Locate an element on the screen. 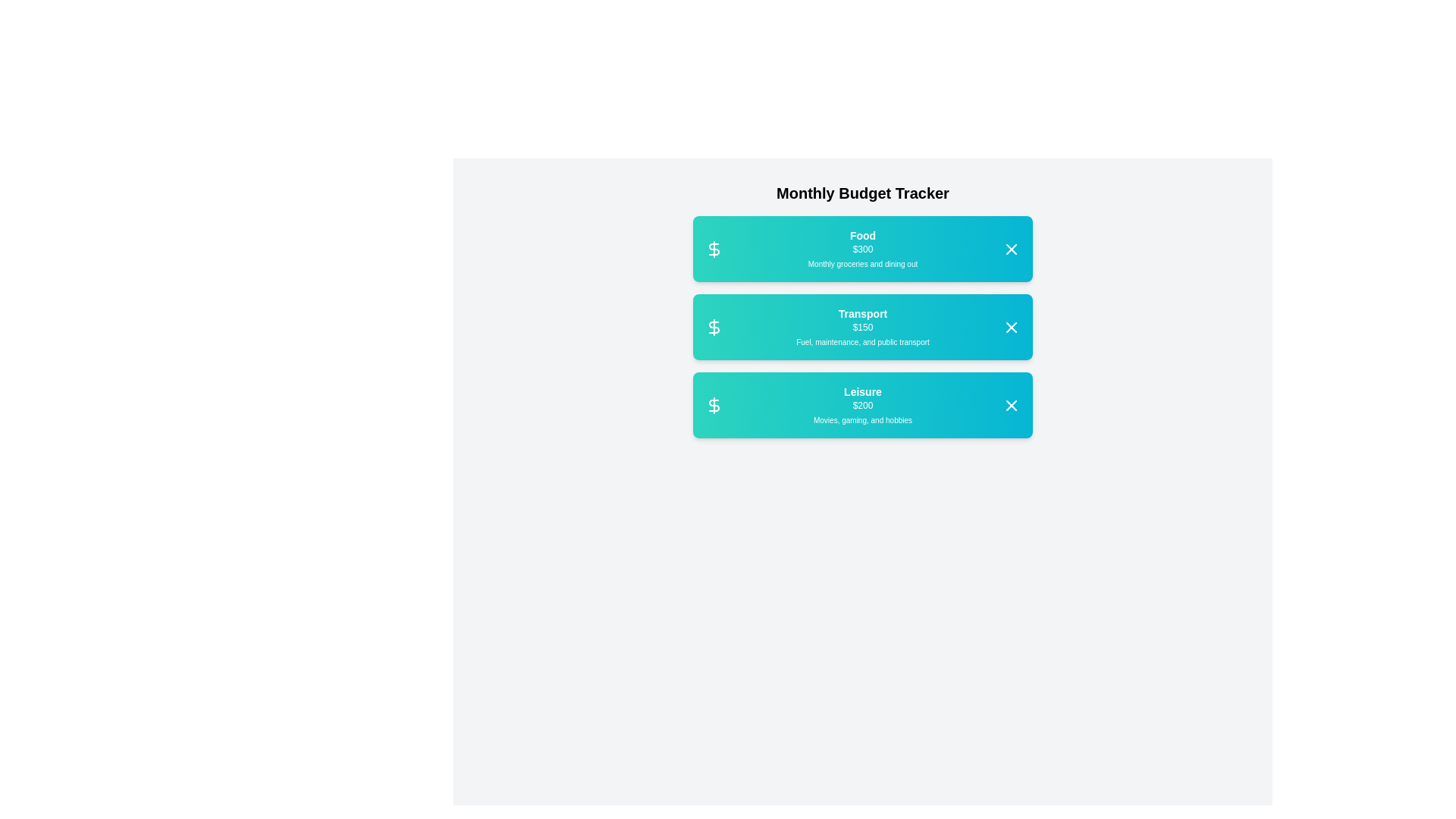  close button for the category Transport is located at coordinates (1012, 326).